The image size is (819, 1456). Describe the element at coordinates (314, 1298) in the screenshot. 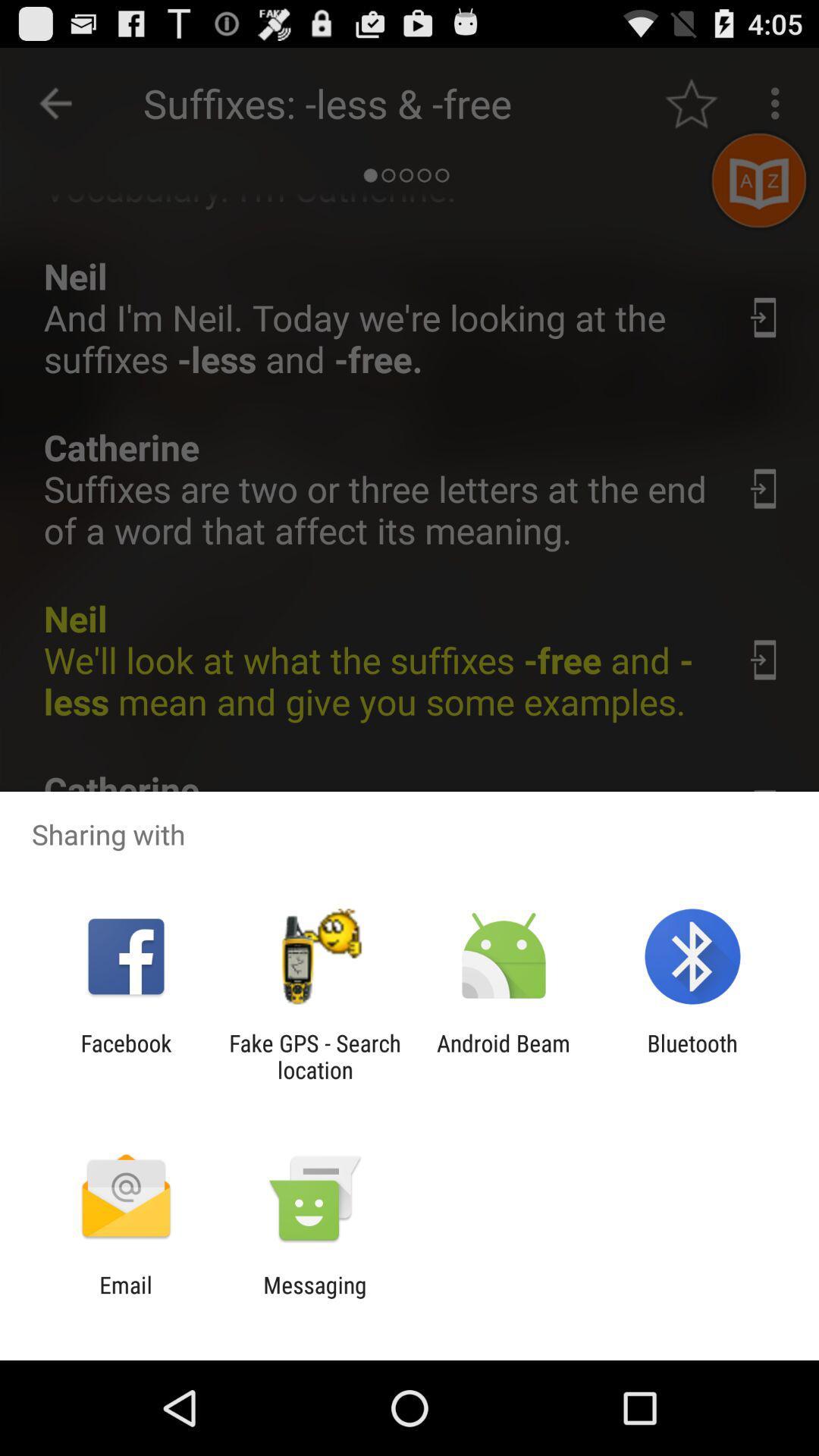

I see `messaging app` at that location.